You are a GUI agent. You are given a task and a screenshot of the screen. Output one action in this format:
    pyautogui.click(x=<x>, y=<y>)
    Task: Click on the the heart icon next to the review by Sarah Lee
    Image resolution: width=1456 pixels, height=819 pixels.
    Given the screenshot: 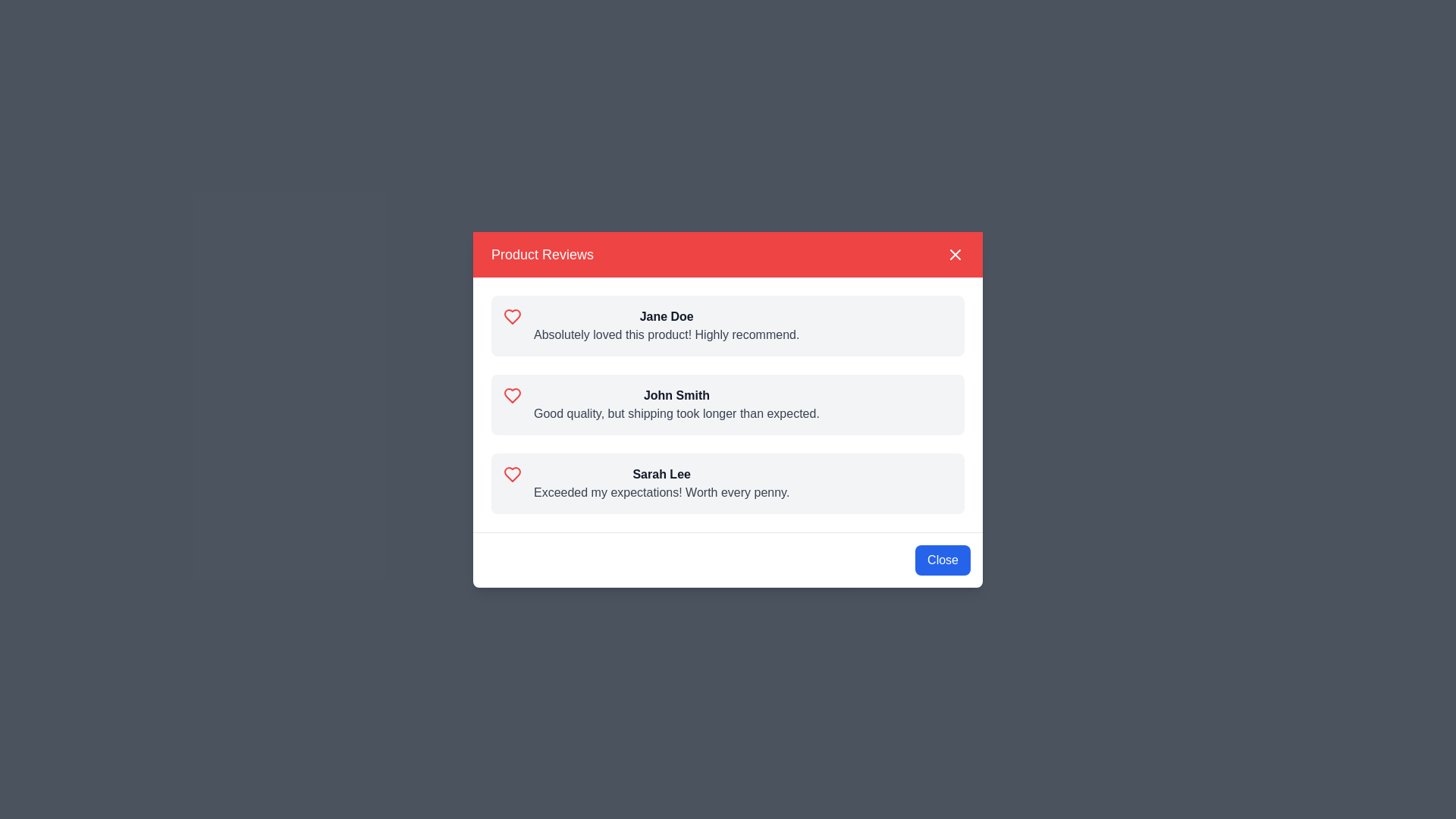 What is the action you would take?
    pyautogui.click(x=513, y=473)
    